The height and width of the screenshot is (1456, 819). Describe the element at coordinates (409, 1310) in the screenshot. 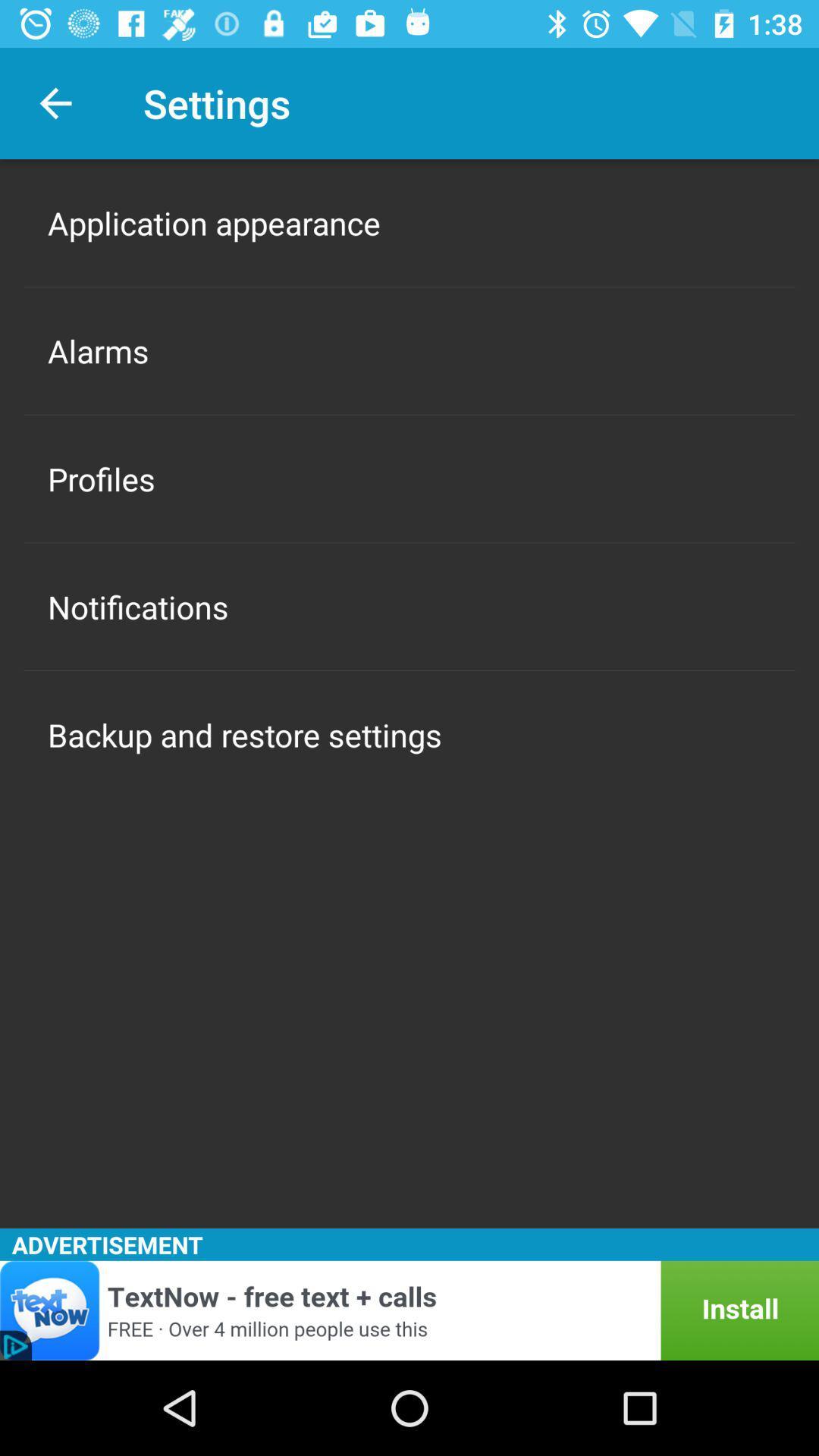

I see `textnow` at that location.